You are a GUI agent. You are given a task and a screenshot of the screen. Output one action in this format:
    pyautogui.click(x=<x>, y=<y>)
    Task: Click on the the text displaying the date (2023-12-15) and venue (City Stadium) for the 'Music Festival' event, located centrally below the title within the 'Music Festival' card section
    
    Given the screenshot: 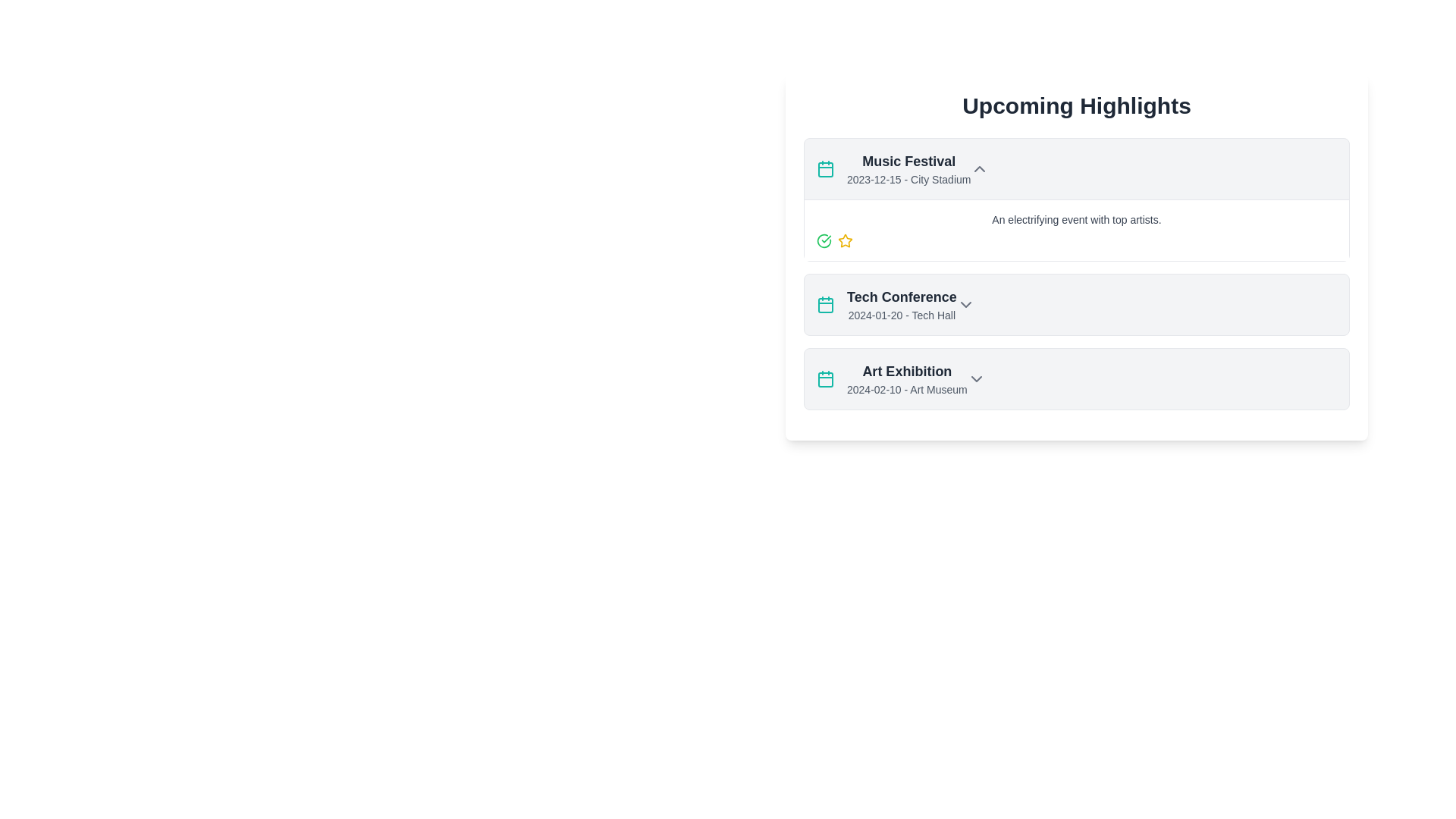 What is the action you would take?
    pyautogui.click(x=908, y=178)
    